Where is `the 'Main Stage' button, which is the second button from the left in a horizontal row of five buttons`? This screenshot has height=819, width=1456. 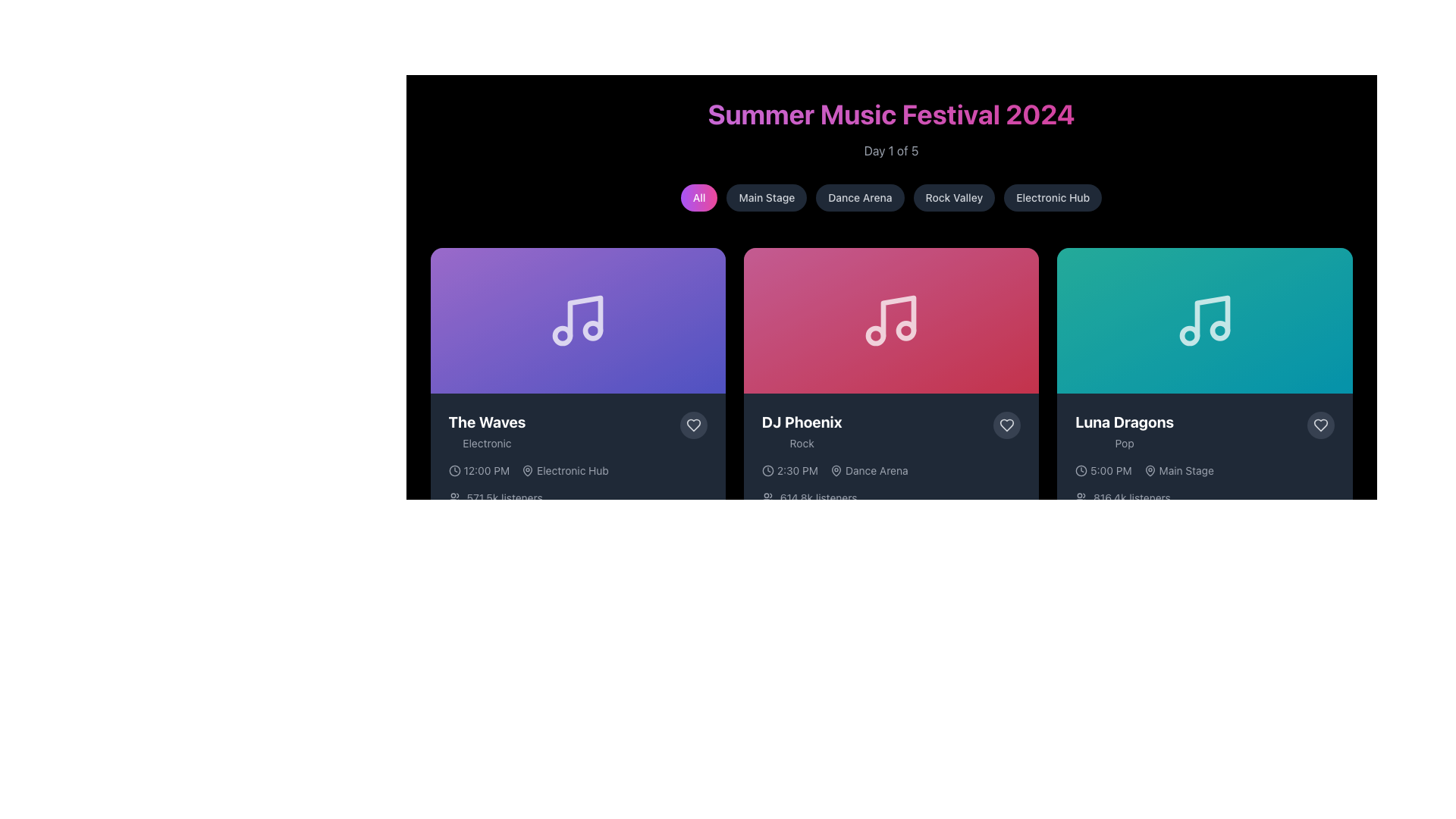
the 'Main Stage' button, which is the second button from the left in a horizontal row of five buttons is located at coordinates (767, 197).